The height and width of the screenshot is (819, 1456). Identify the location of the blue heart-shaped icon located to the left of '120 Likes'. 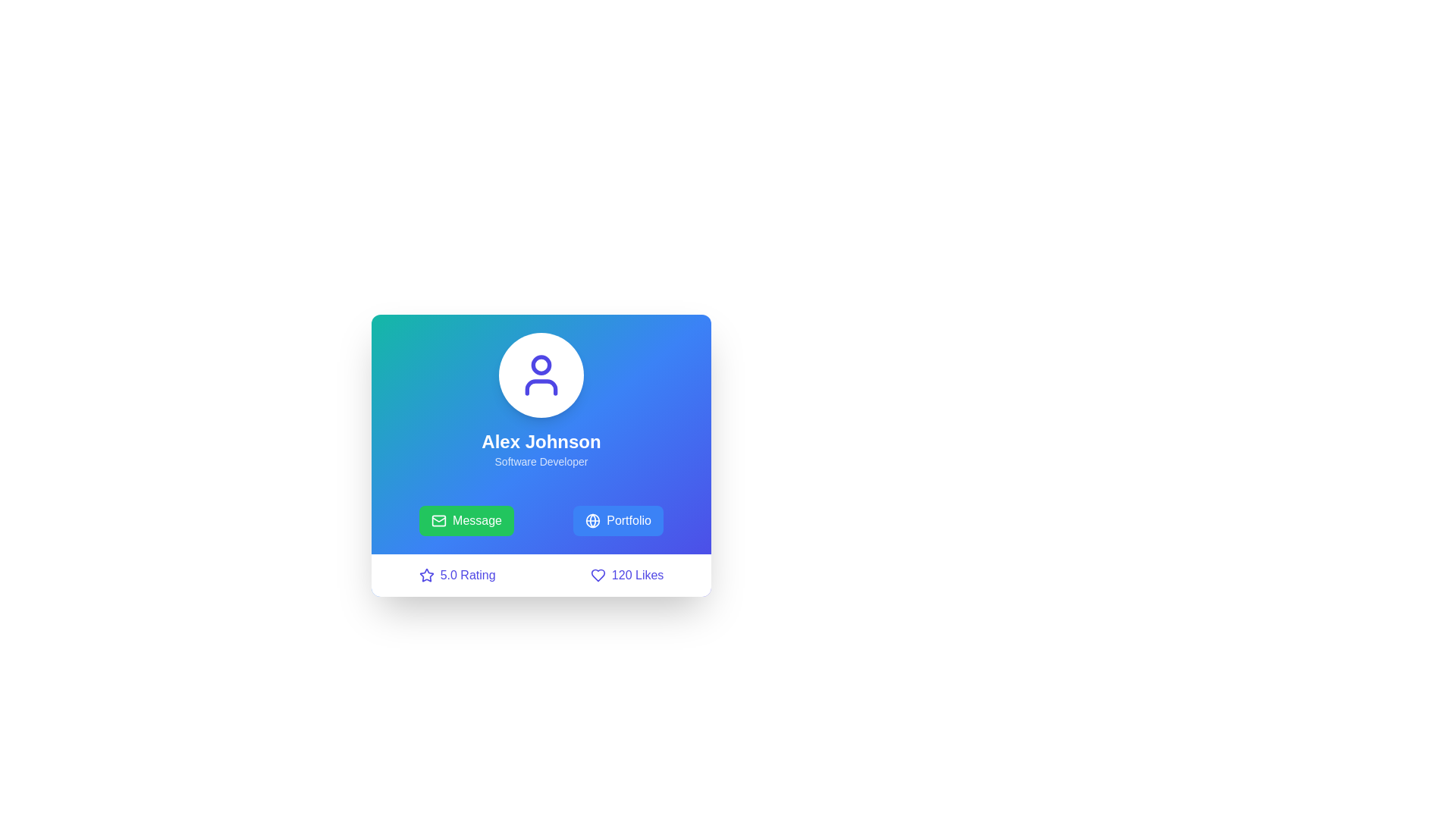
(597, 576).